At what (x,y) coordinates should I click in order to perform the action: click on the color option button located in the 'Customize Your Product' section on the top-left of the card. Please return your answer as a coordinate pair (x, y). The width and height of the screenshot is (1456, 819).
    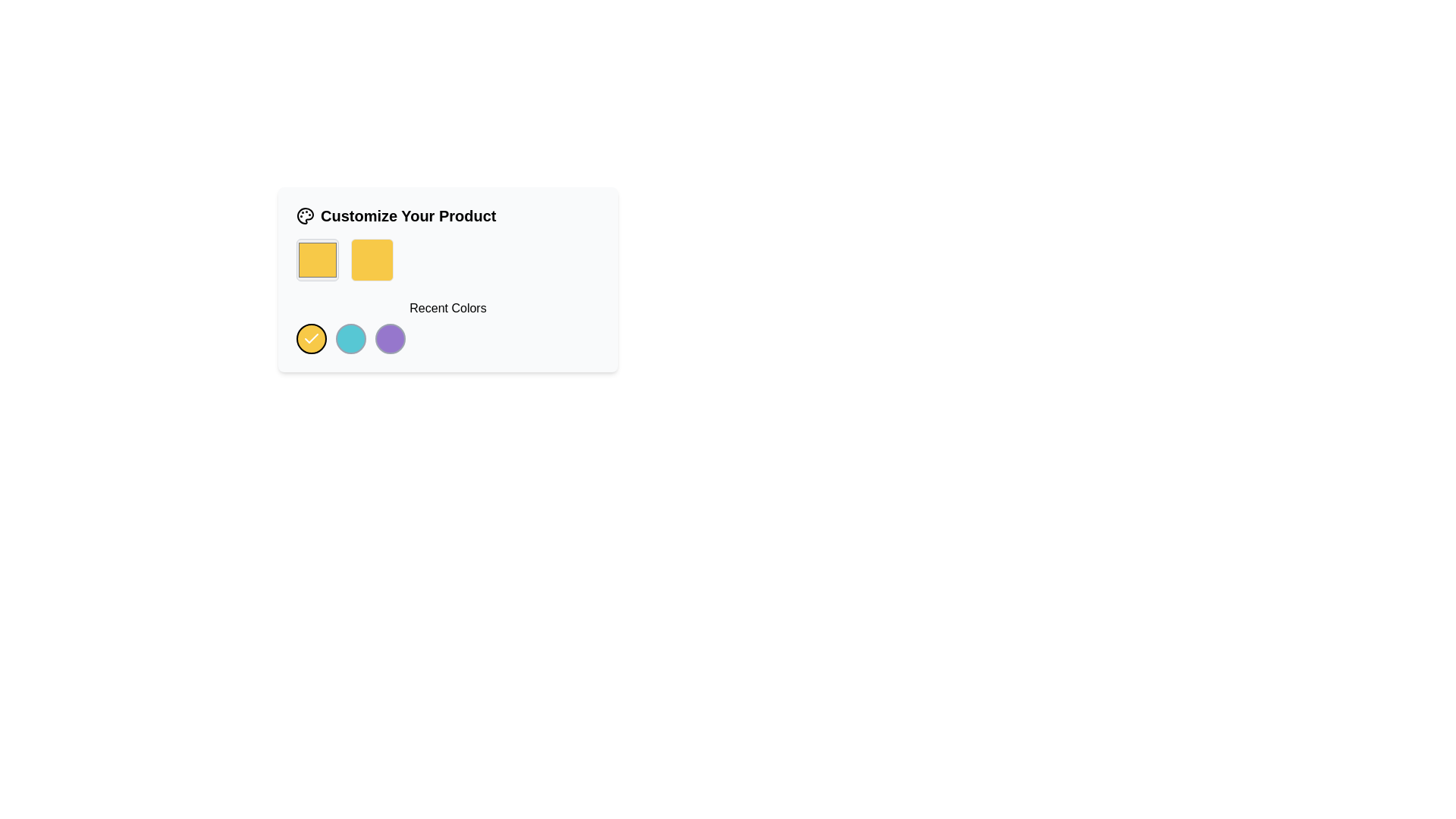
    Looking at the image, I should click on (316, 259).